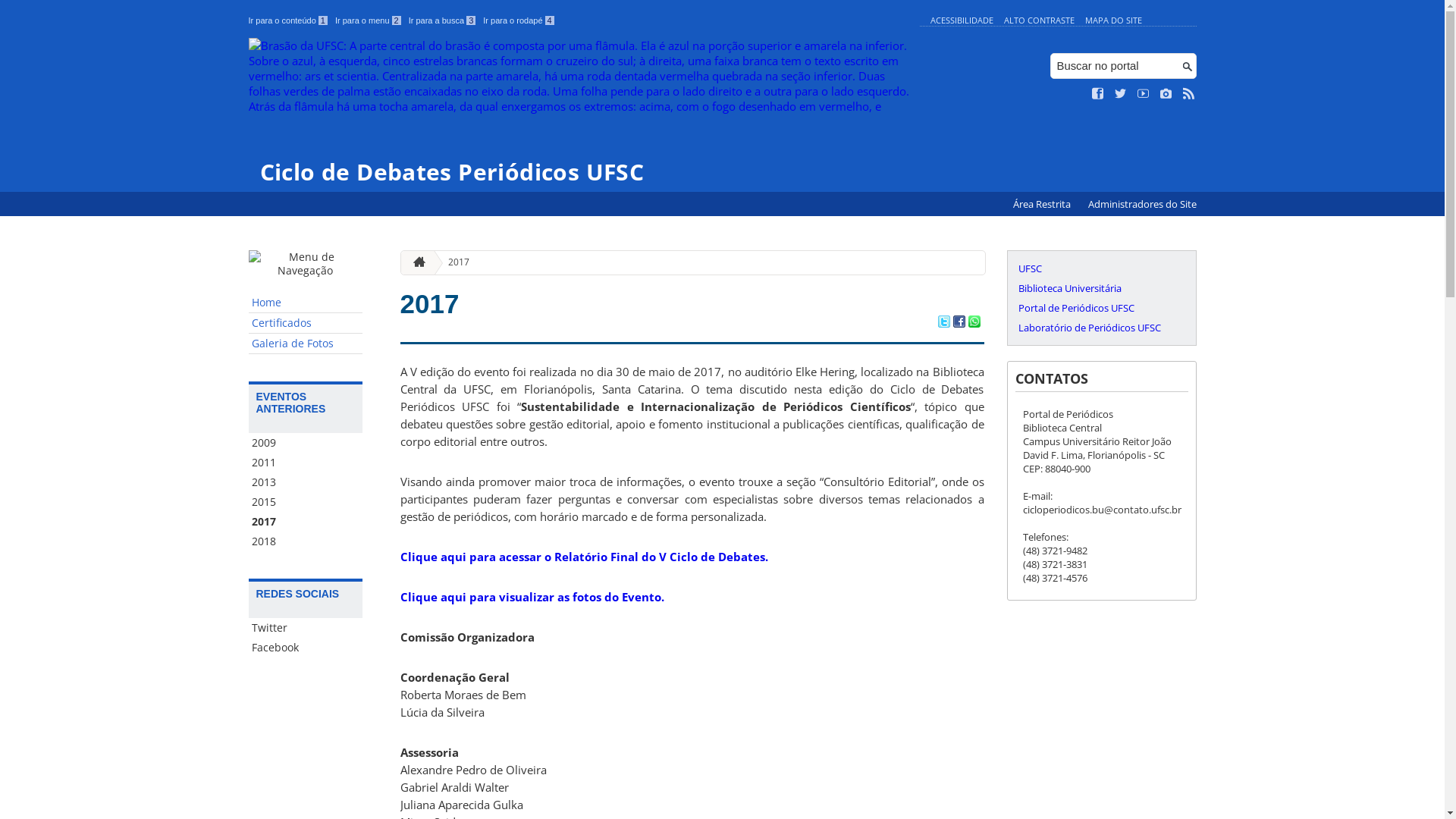 This screenshot has width=1456, height=819. Describe the element at coordinates (1121, 93) in the screenshot. I see `'Siga no Twitter'` at that location.